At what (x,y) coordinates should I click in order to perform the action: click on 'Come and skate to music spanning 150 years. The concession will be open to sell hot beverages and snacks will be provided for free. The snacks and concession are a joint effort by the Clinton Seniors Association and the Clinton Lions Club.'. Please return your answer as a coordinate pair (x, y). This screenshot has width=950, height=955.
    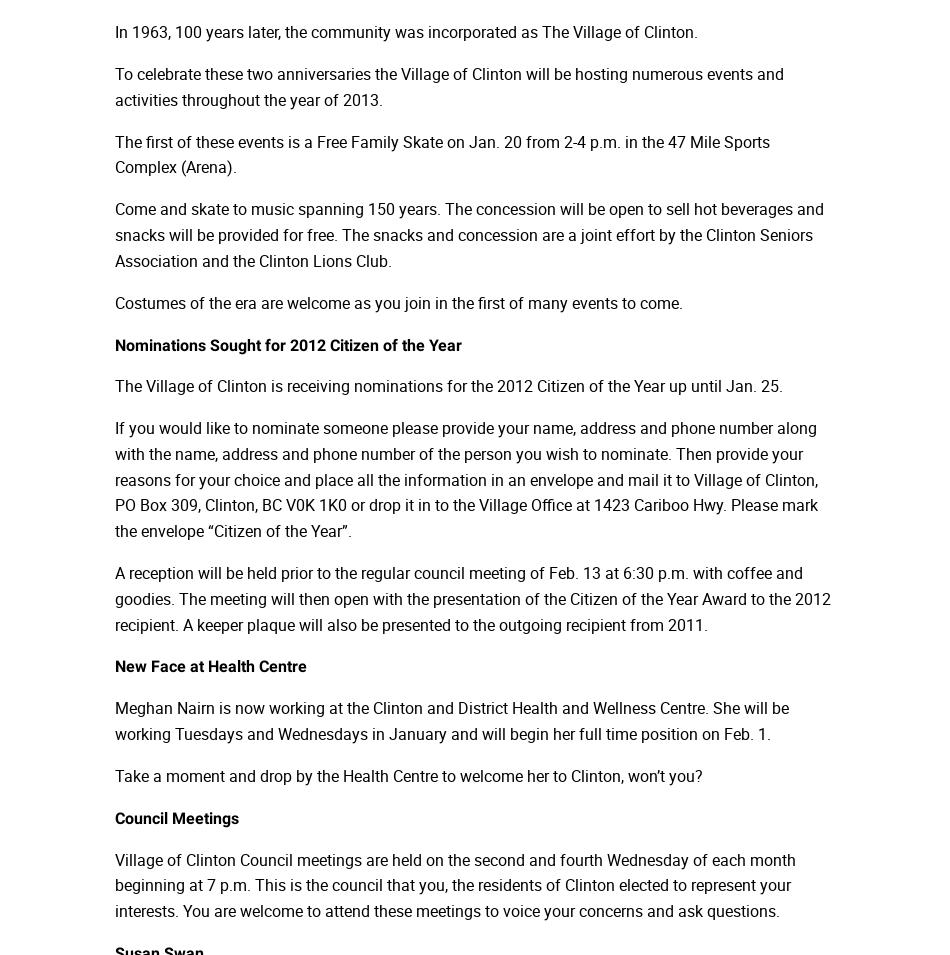
    Looking at the image, I should click on (468, 234).